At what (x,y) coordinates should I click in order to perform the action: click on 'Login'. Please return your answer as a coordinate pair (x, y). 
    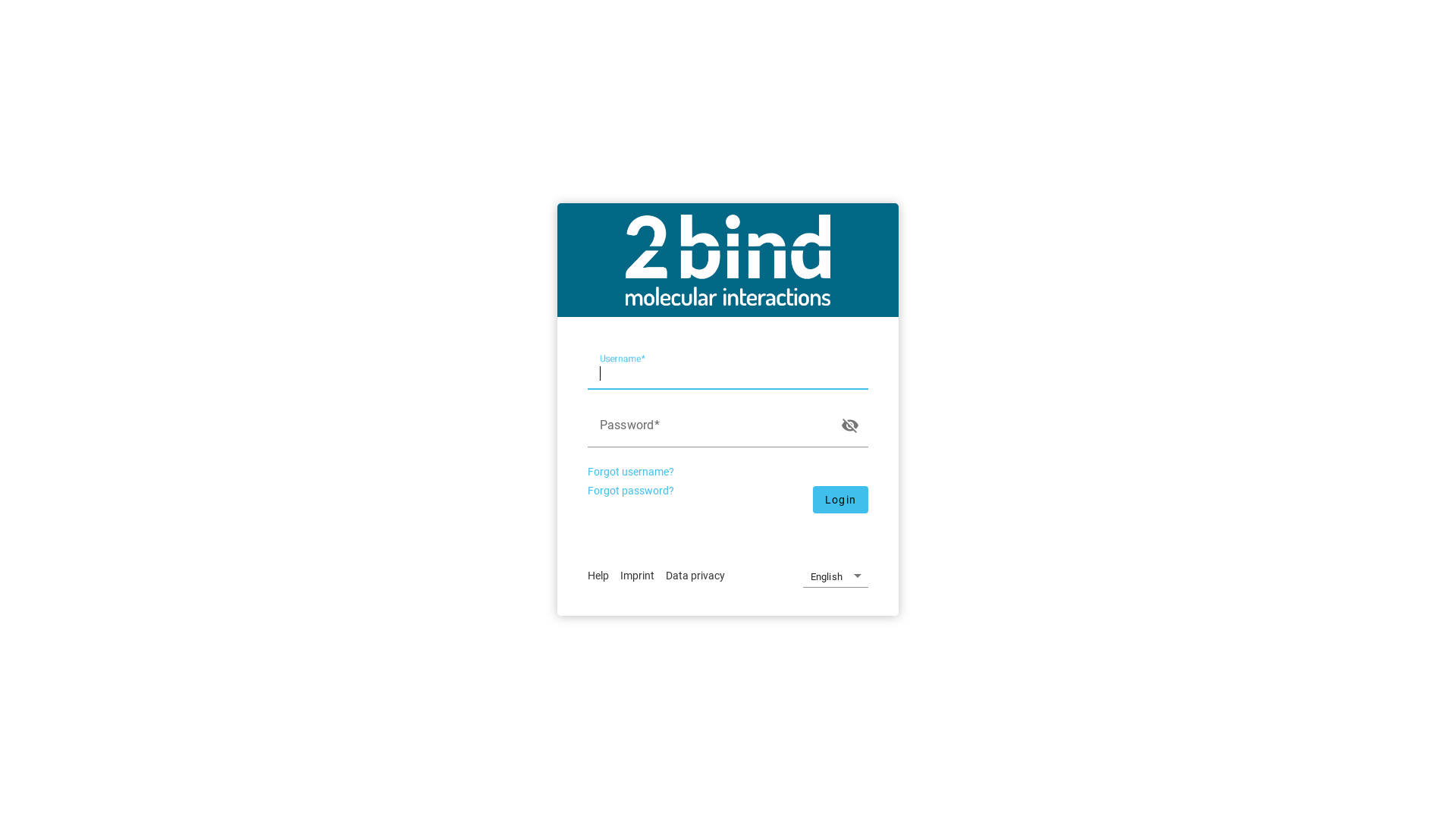
    Looking at the image, I should click on (839, 500).